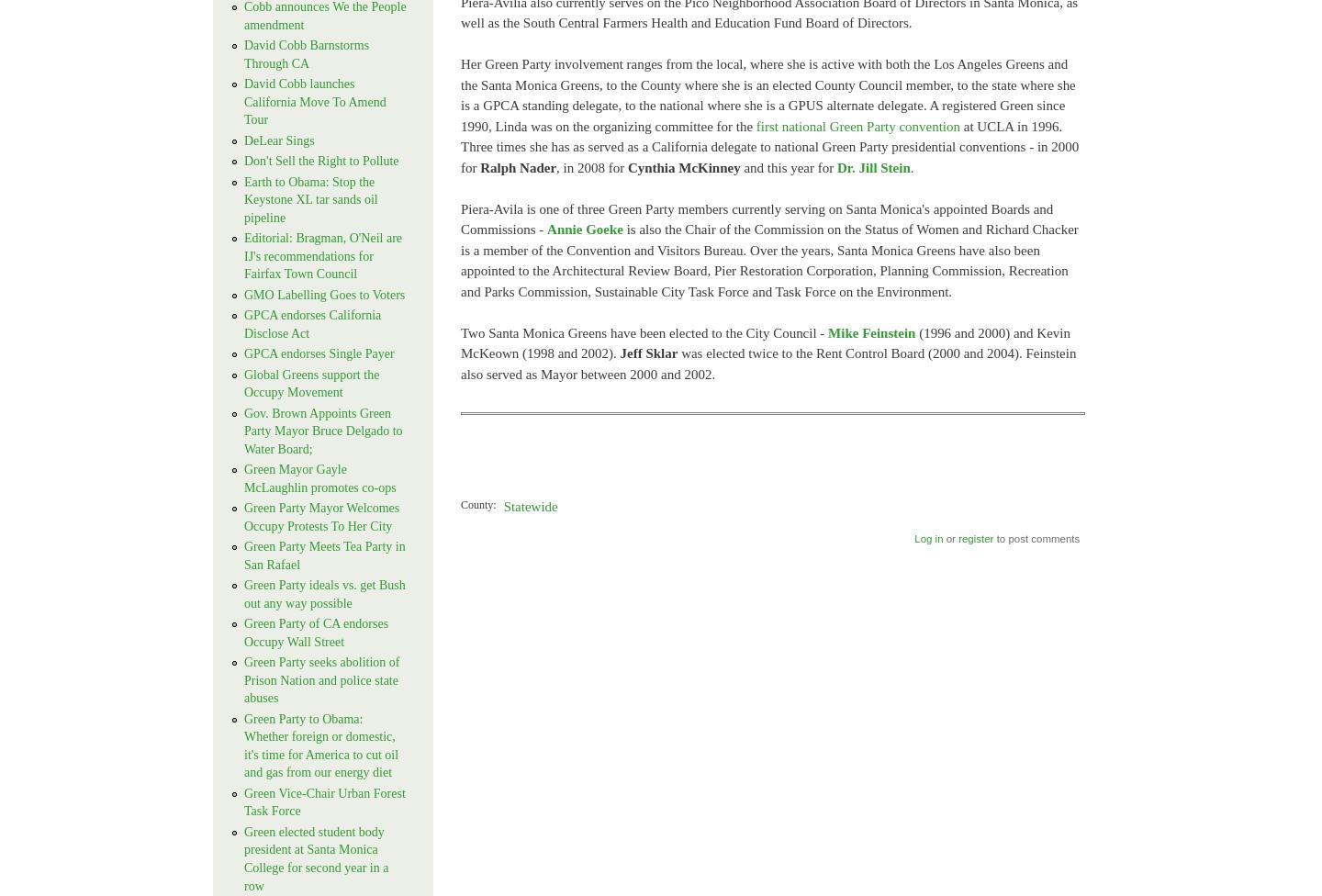 This screenshot has width=1322, height=896. What do you see at coordinates (857, 125) in the screenshot?
I see `'first national Green Party convention'` at bounding box center [857, 125].